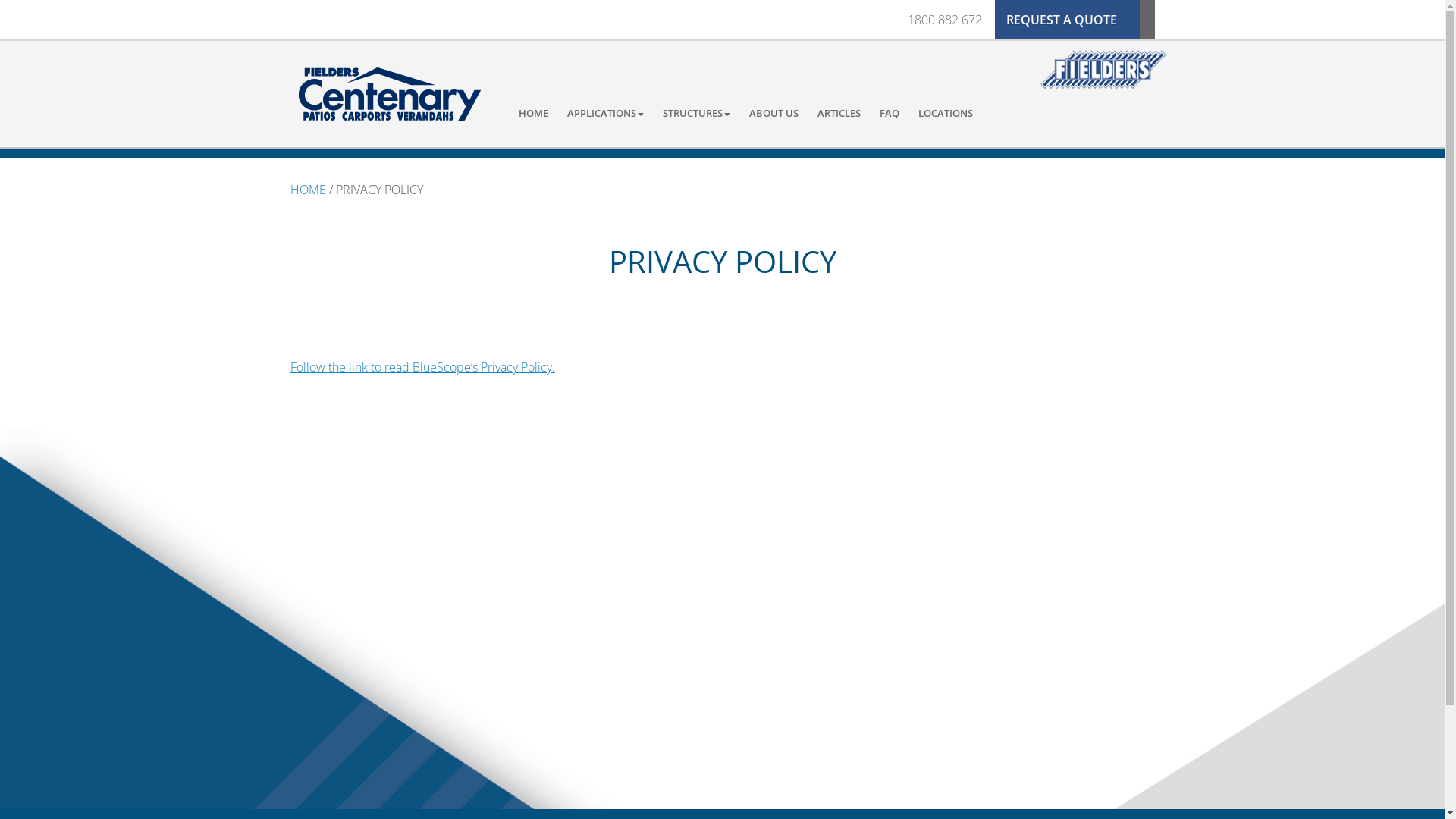 Image resolution: width=1456 pixels, height=819 pixels. I want to click on 'ARTICLES', so click(838, 112).